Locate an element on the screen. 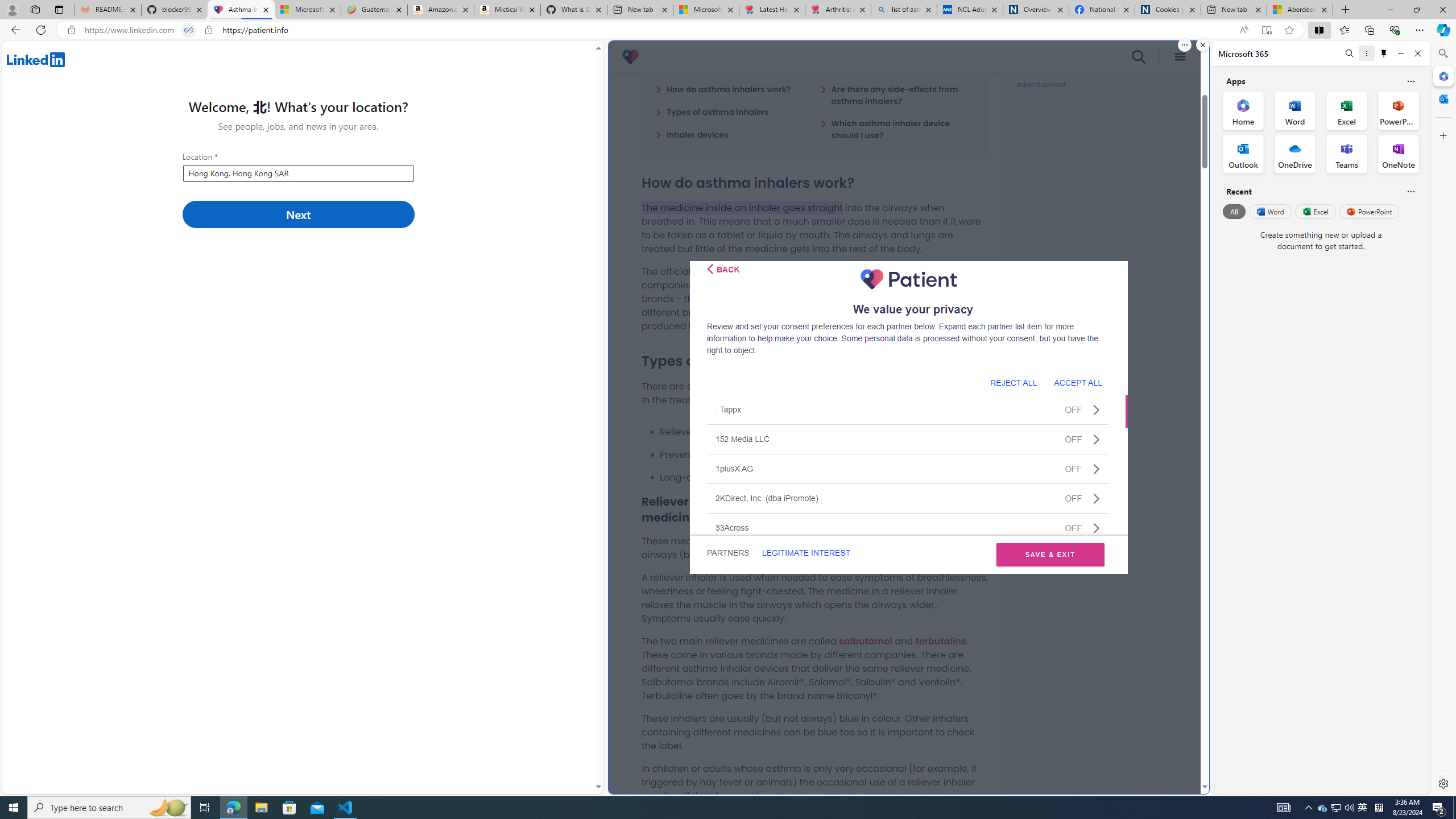 The image size is (1456, 819). 'ACCEPT ALL' is located at coordinates (1078, 382).